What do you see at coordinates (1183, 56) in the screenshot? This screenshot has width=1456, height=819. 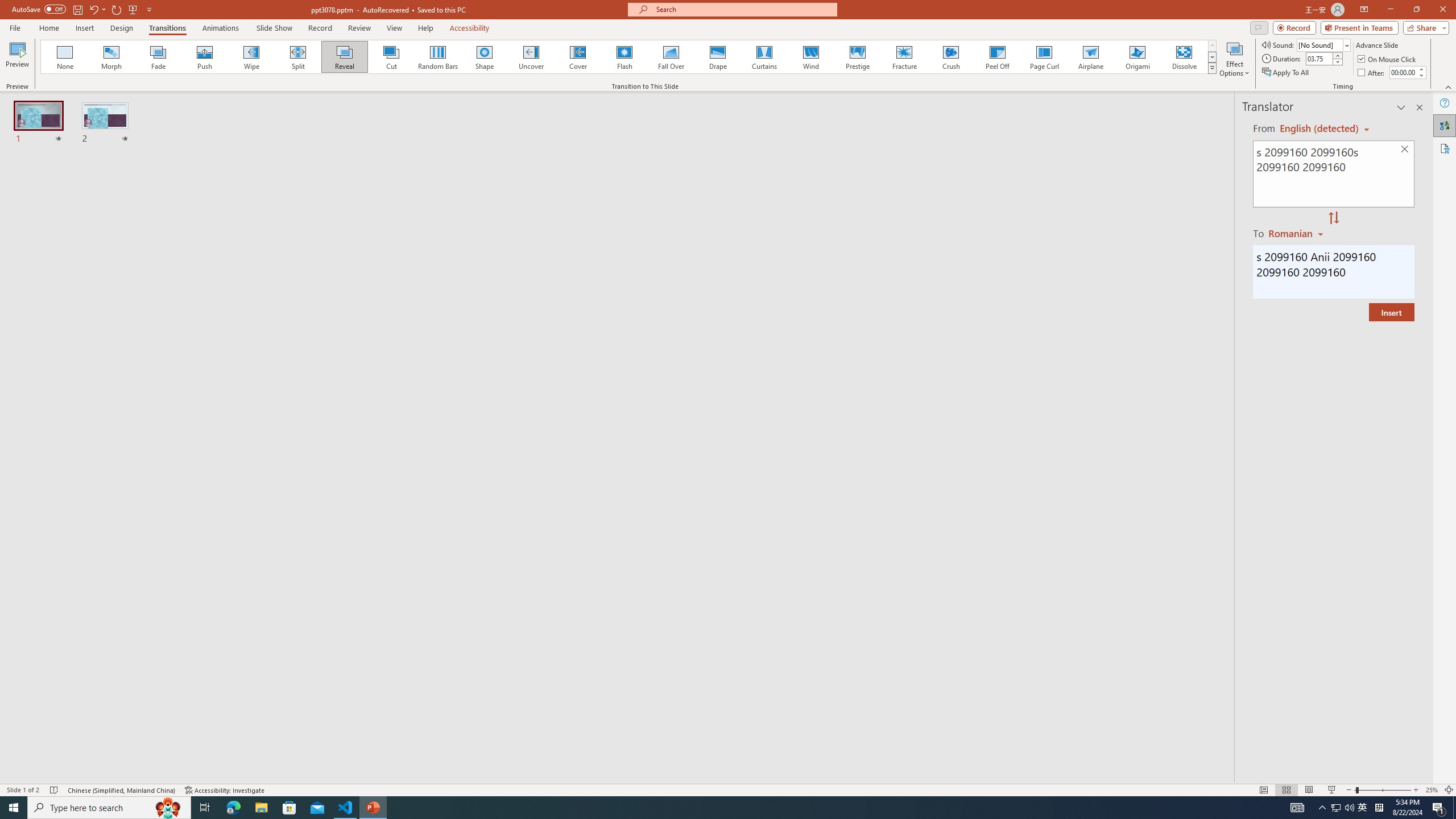 I see `'Dissolve'` at bounding box center [1183, 56].